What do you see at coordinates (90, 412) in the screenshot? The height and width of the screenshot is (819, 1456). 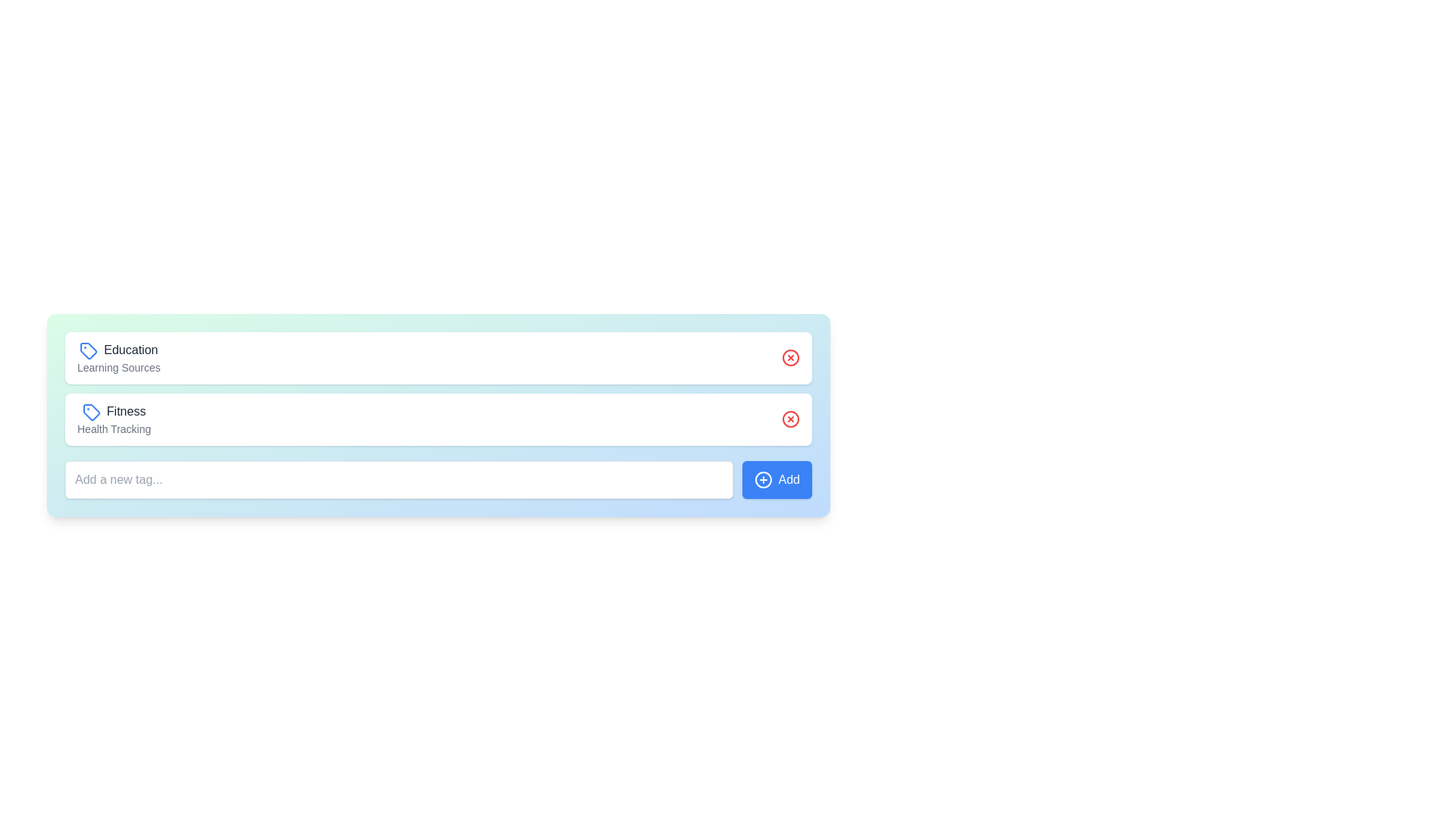 I see `the data associated with the leftmost icon in the second row under the 'Fitness' category, which is a blue outlined tag shape adjacent to text labels` at bounding box center [90, 412].